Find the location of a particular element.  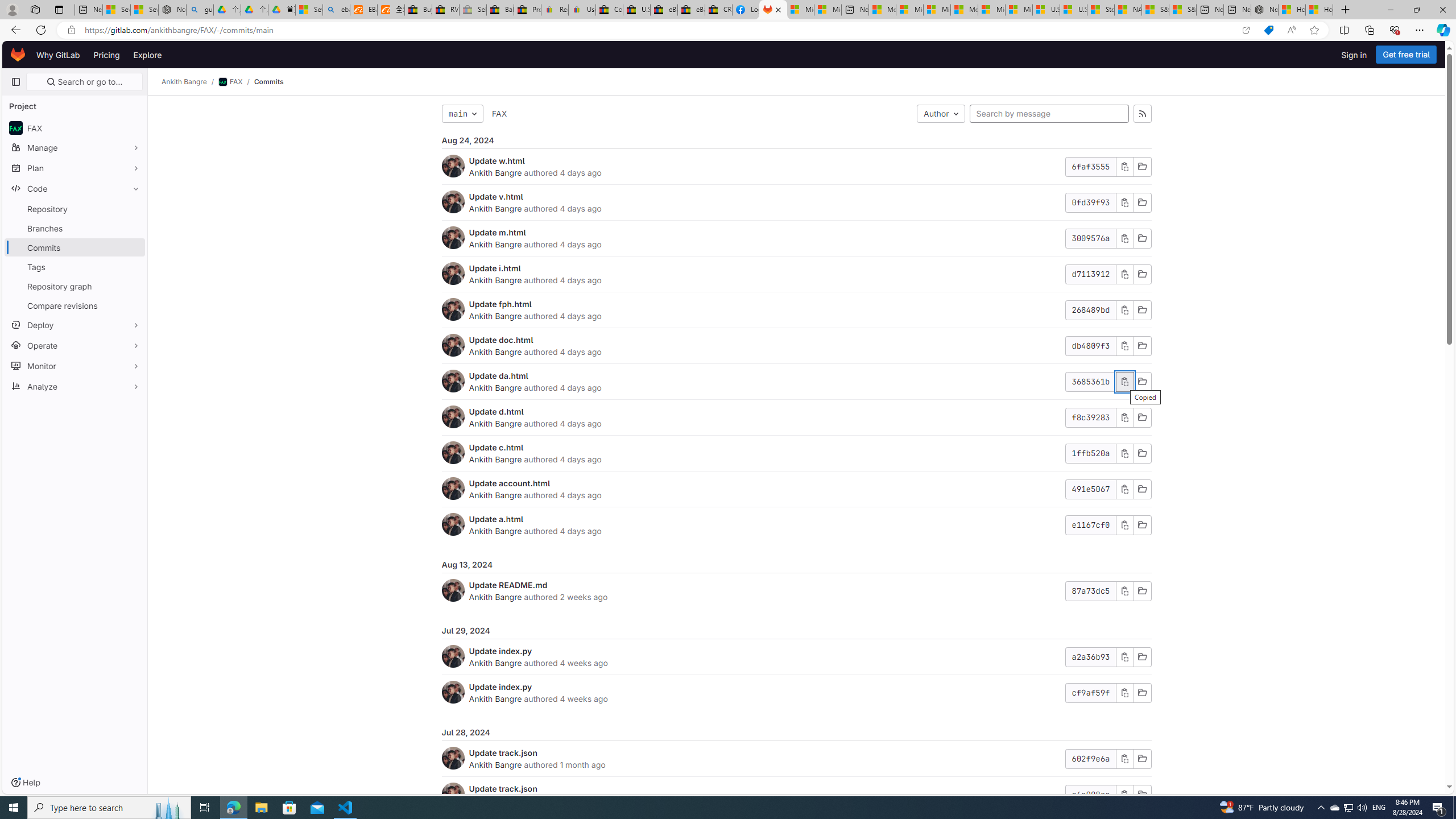

'Sign in' is located at coordinates (1354, 54).